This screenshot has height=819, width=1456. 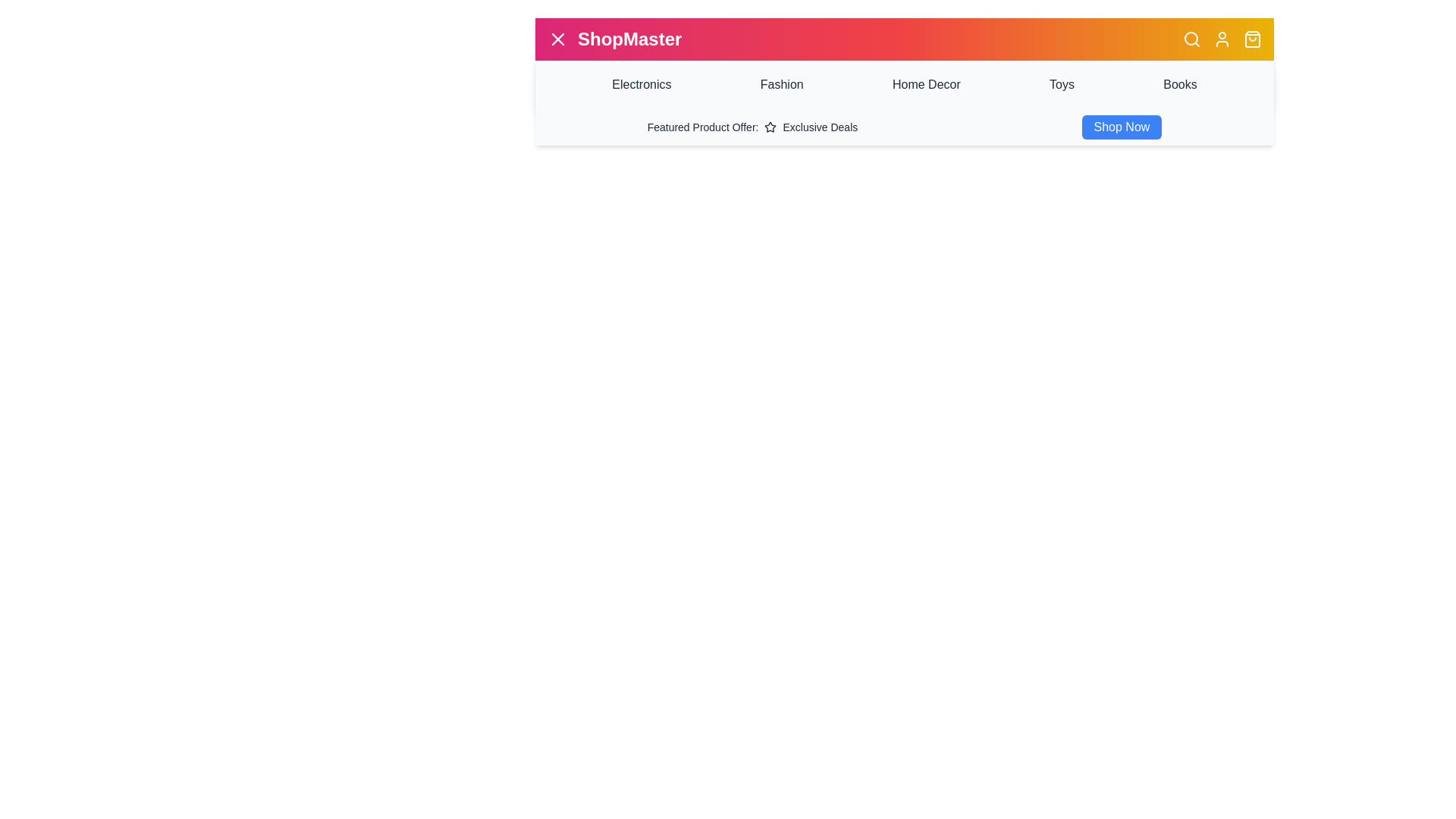 I want to click on the category Electronics to navigate to the respective section, so click(x=642, y=84).